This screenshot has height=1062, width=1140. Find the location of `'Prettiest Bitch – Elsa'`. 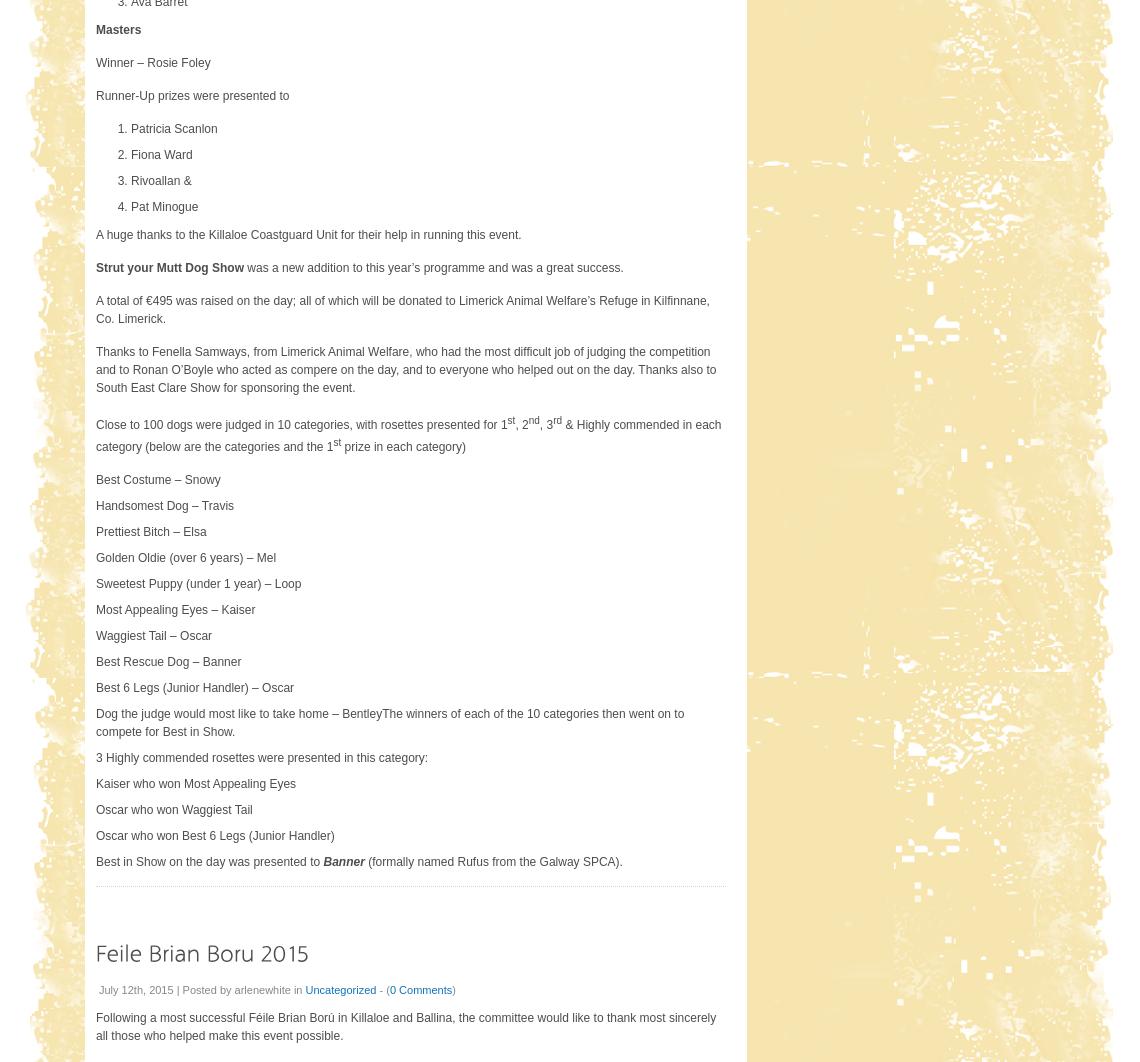

'Prettiest Bitch – Elsa' is located at coordinates (151, 531).